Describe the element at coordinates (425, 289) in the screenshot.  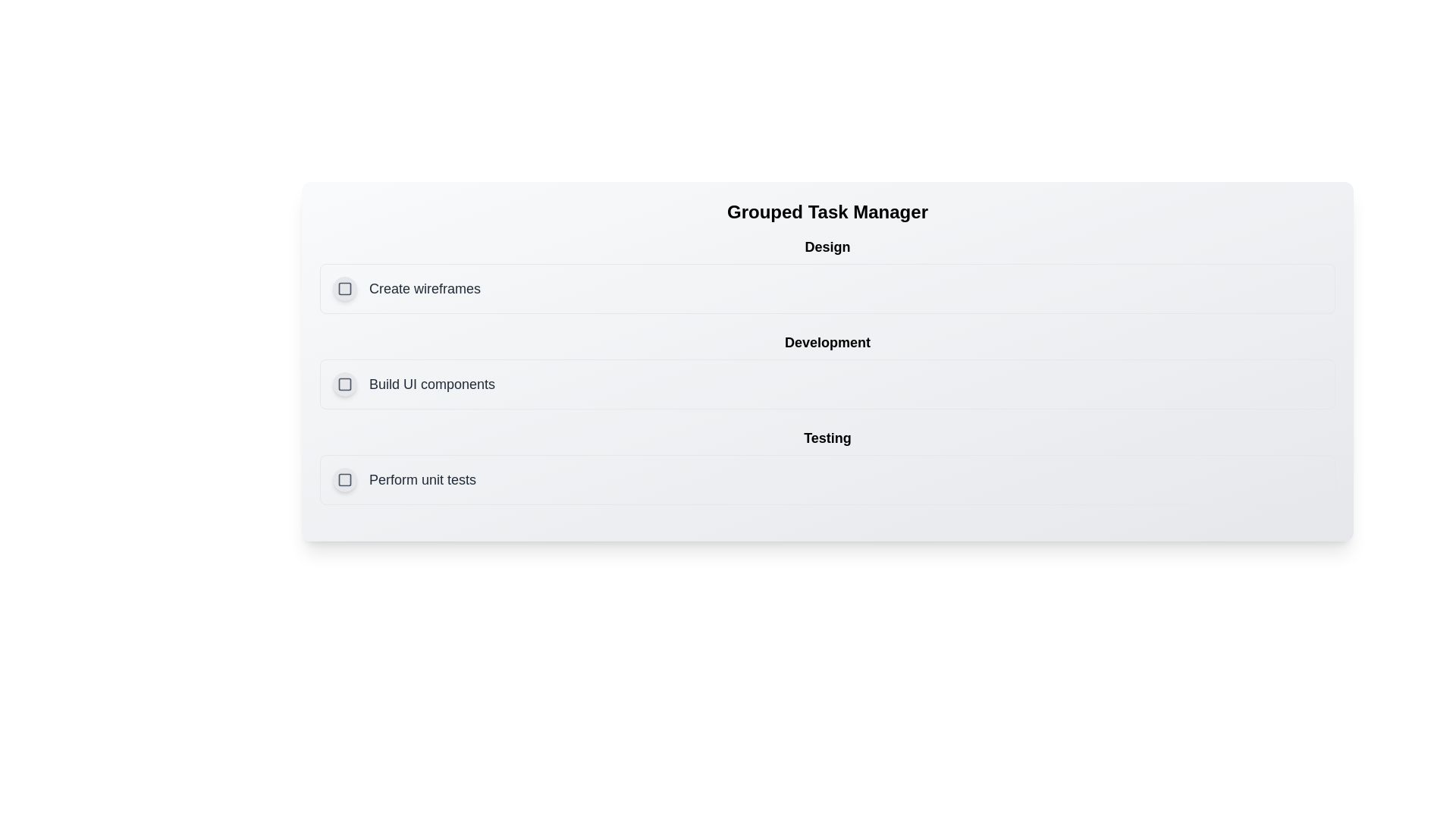
I see `the text label reading 'Create wireframes' styled in a larger font size and dark gray color, which is positioned under the 'Design' section next to the first checkbox in the vertical task list` at that location.